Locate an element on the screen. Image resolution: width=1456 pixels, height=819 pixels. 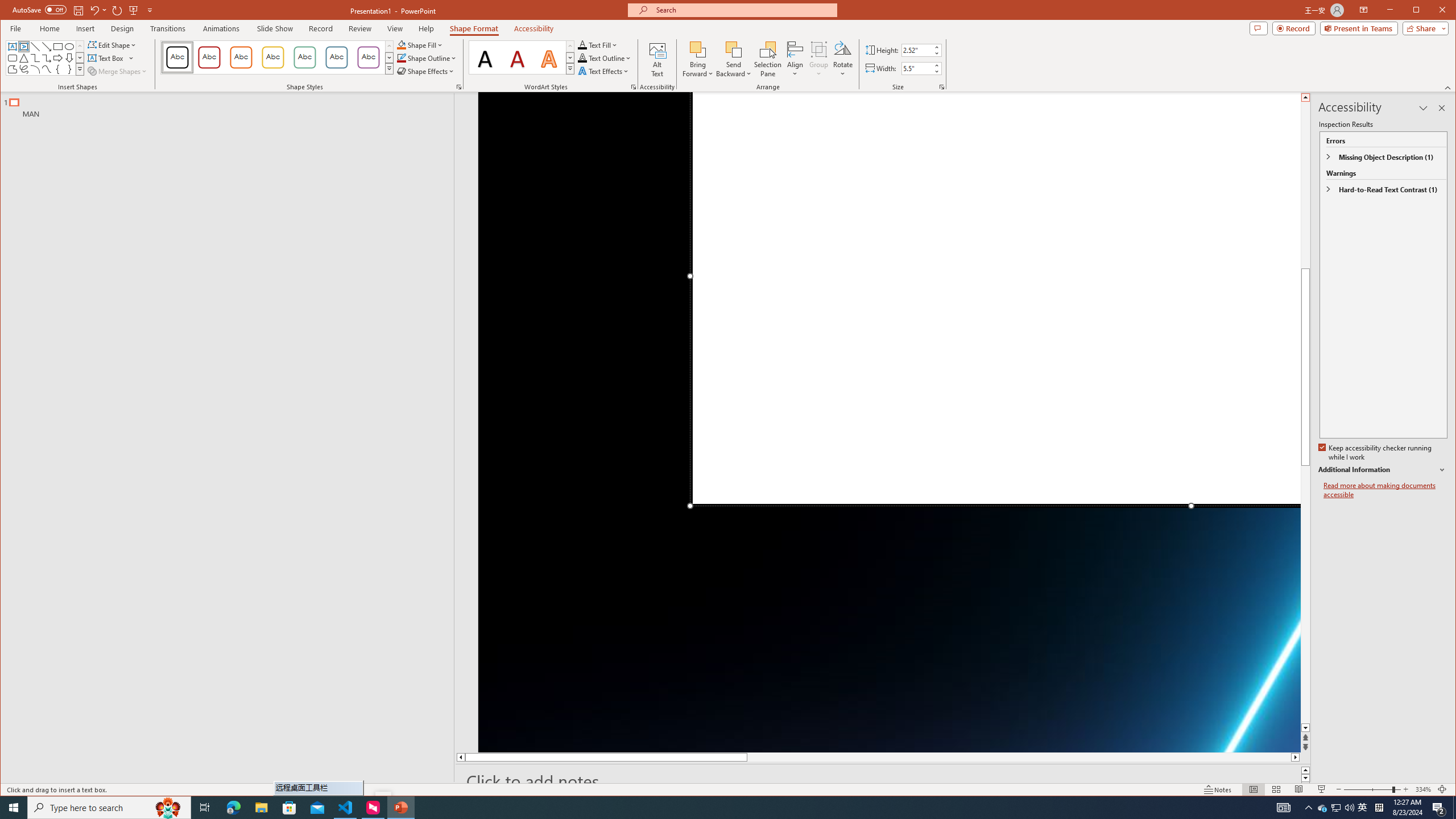
'Text Outline RGB(0, 0, 0)' is located at coordinates (582, 58).